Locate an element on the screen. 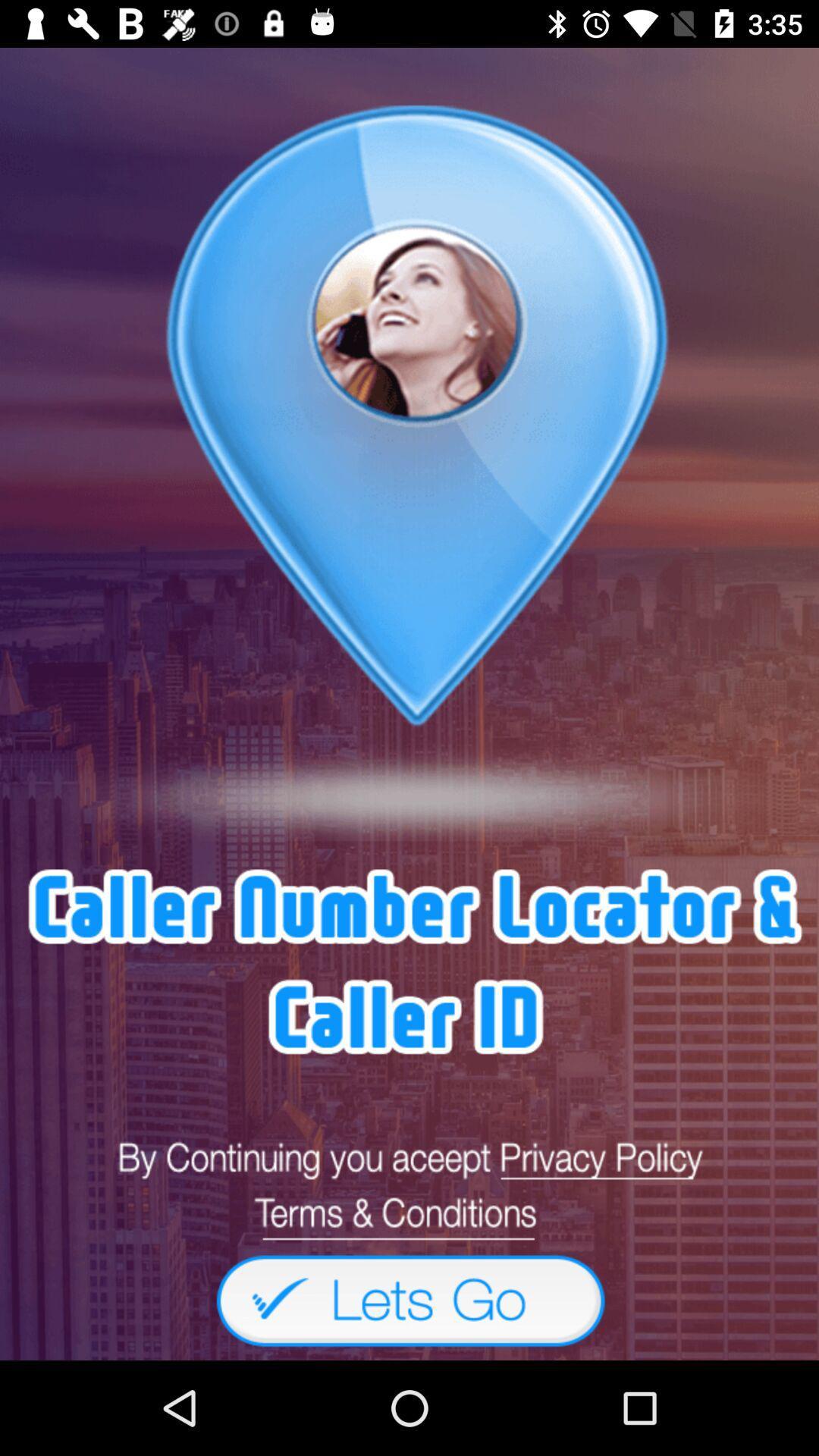  start using the app is located at coordinates (409, 1299).